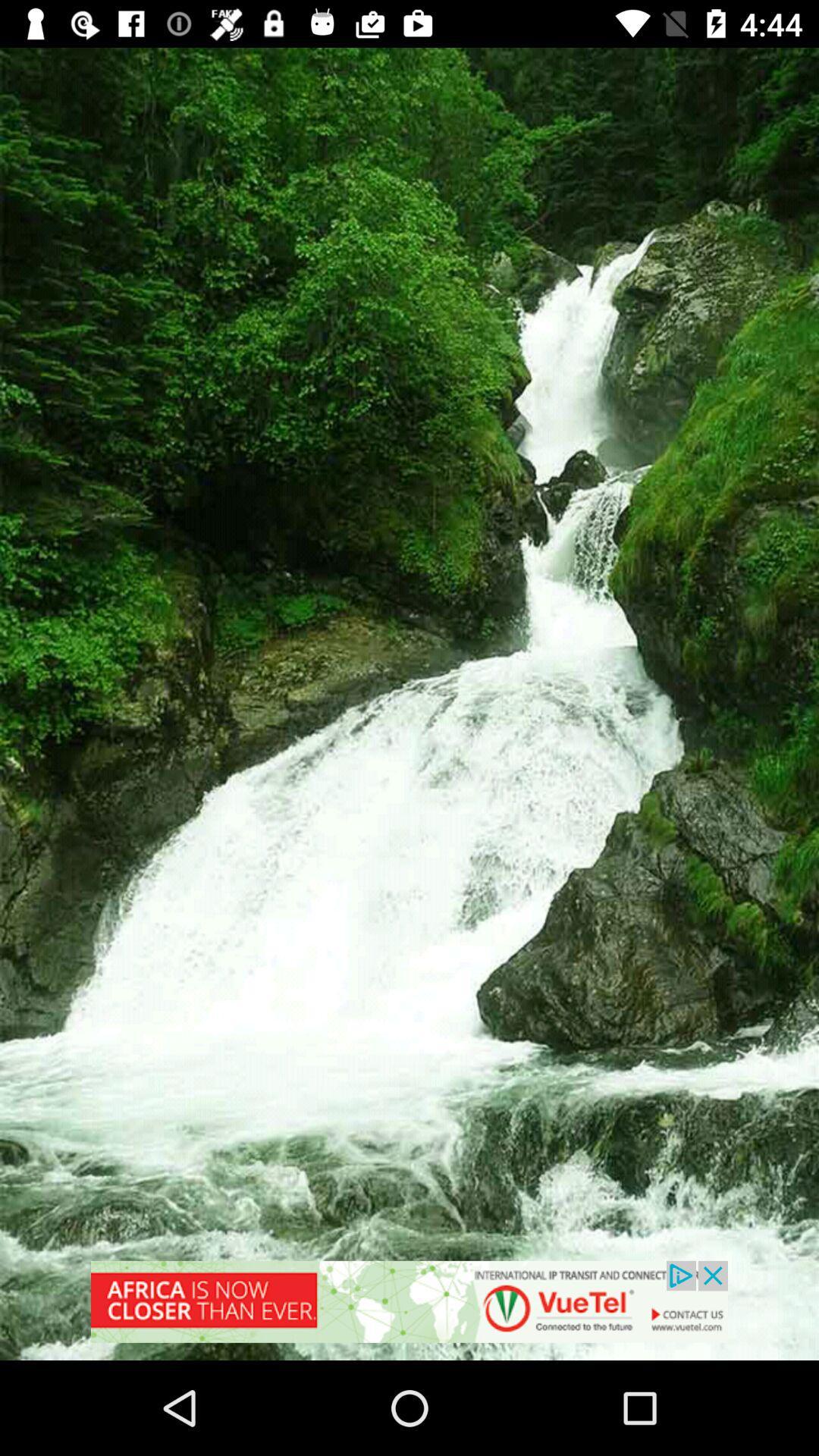 The height and width of the screenshot is (1456, 819). I want to click on advertisement, so click(409, 1310).